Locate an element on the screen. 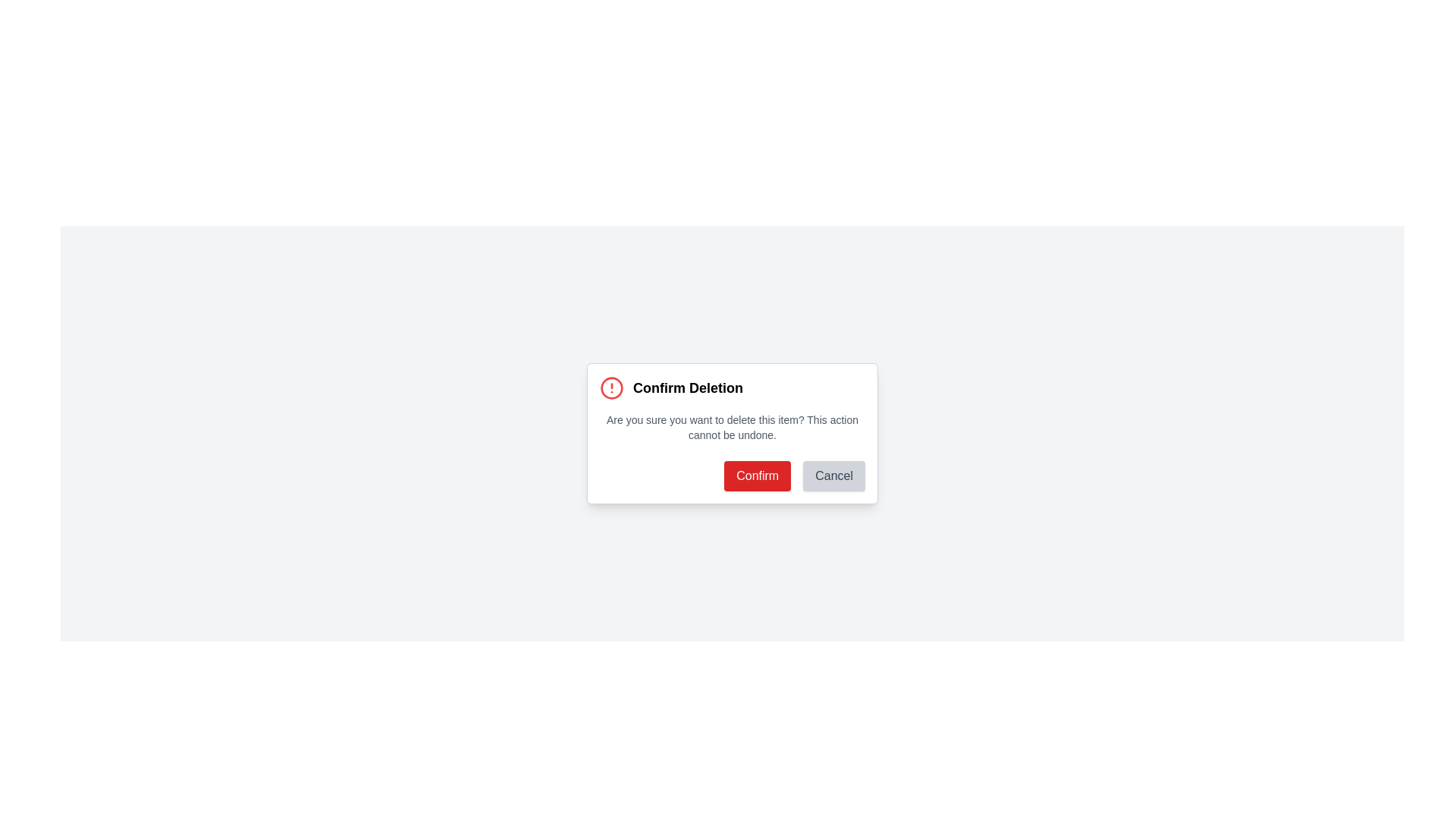 The width and height of the screenshot is (1456, 819). the SVG circle element that represents a warning or alert sign in the top-left corner of the confirmation dialog is located at coordinates (611, 388).